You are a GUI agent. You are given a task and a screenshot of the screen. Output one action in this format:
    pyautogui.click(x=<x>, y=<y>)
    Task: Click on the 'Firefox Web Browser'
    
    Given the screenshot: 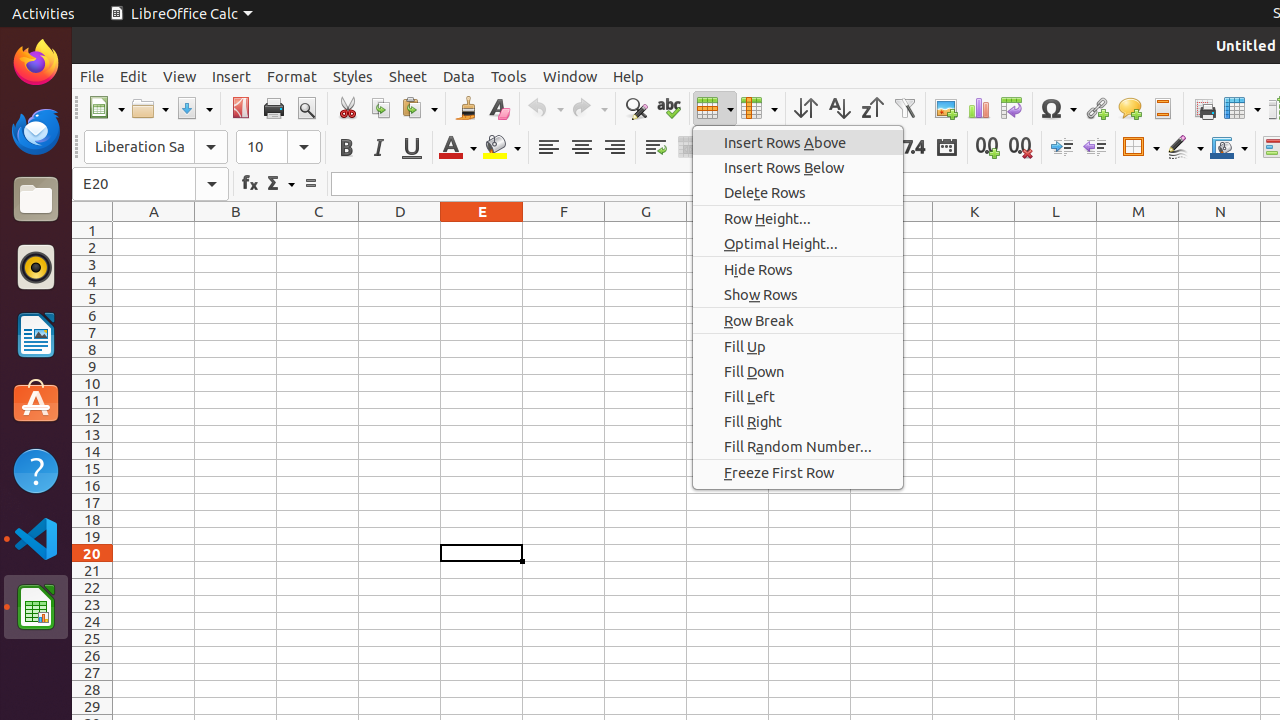 What is the action you would take?
    pyautogui.click(x=35, y=61)
    